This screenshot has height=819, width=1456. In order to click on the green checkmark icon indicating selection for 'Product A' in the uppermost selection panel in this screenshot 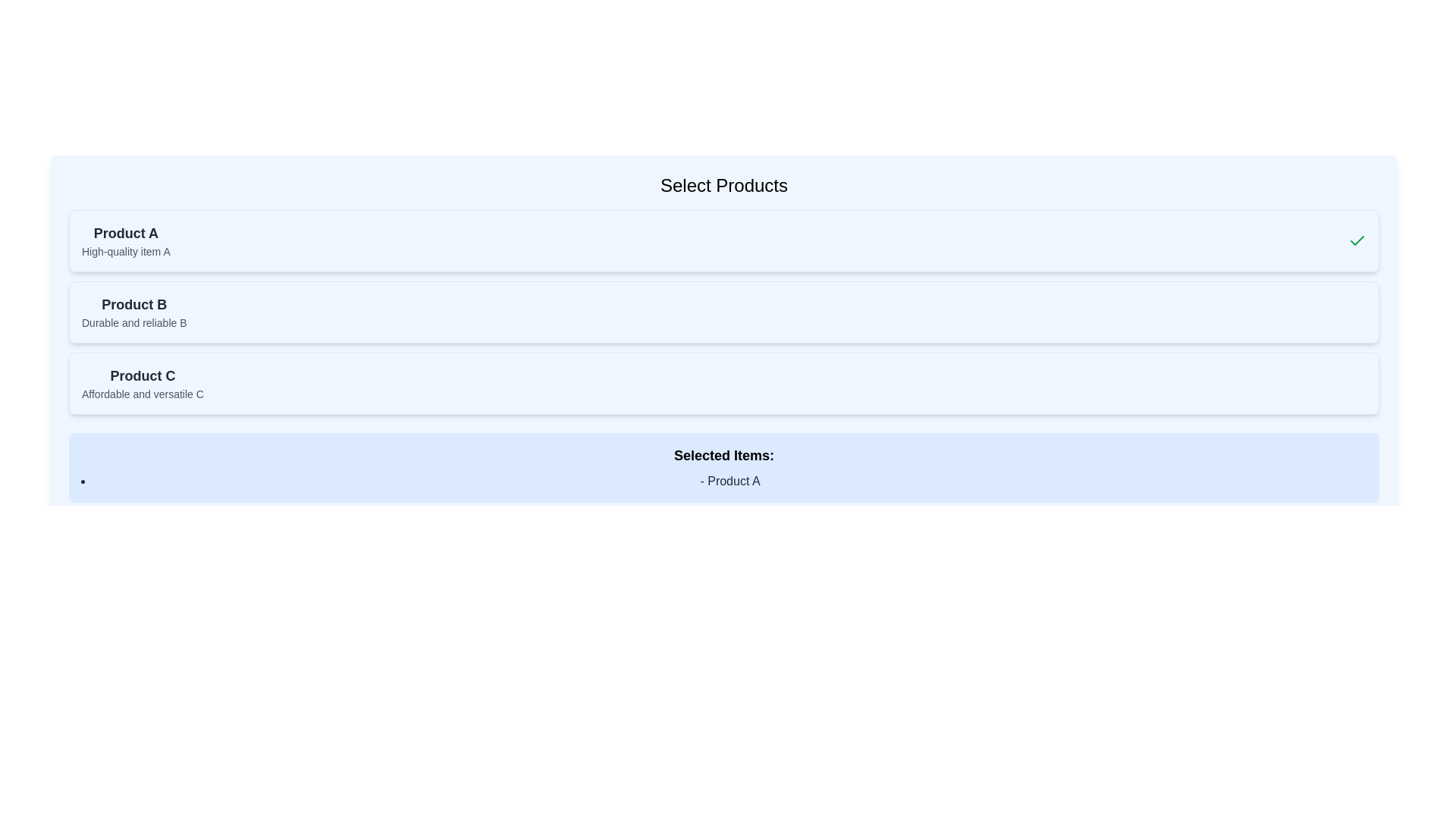, I will do `click(1357, 240)`.